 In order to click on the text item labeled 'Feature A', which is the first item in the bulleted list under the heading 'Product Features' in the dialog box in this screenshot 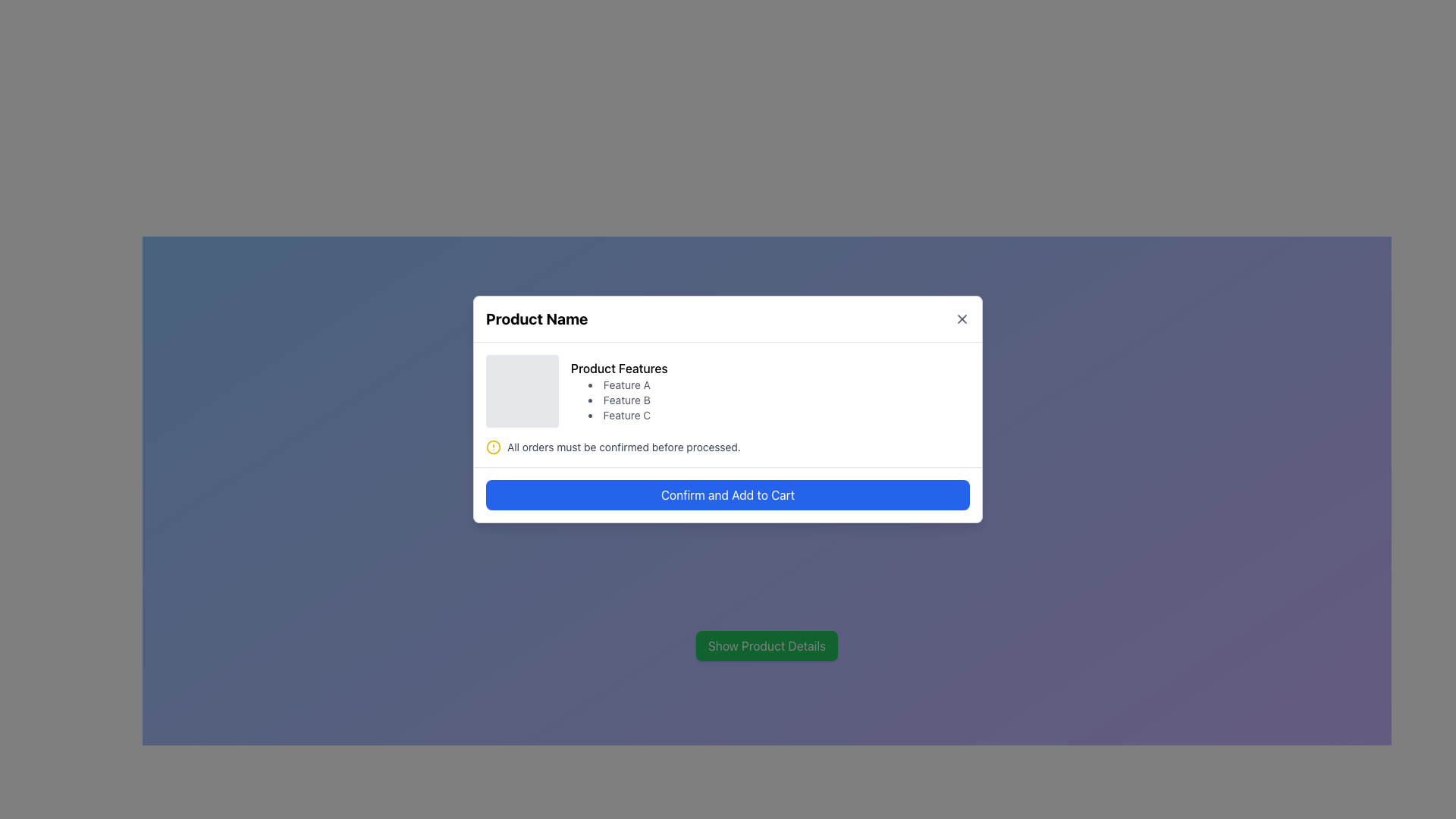, I will do `click(619, 384)`.